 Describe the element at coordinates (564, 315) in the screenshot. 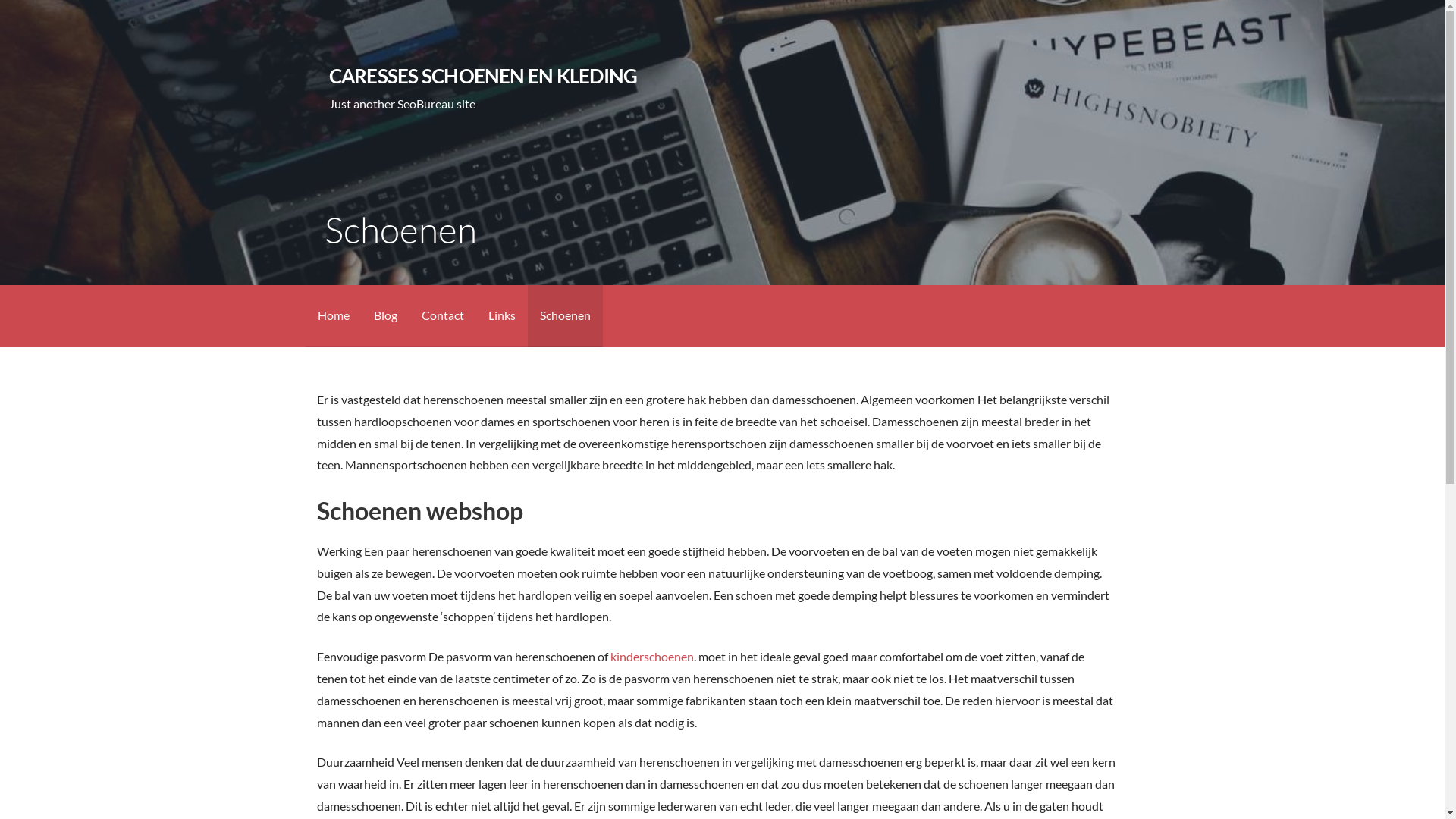

I see `'Schoenen'` at that location.